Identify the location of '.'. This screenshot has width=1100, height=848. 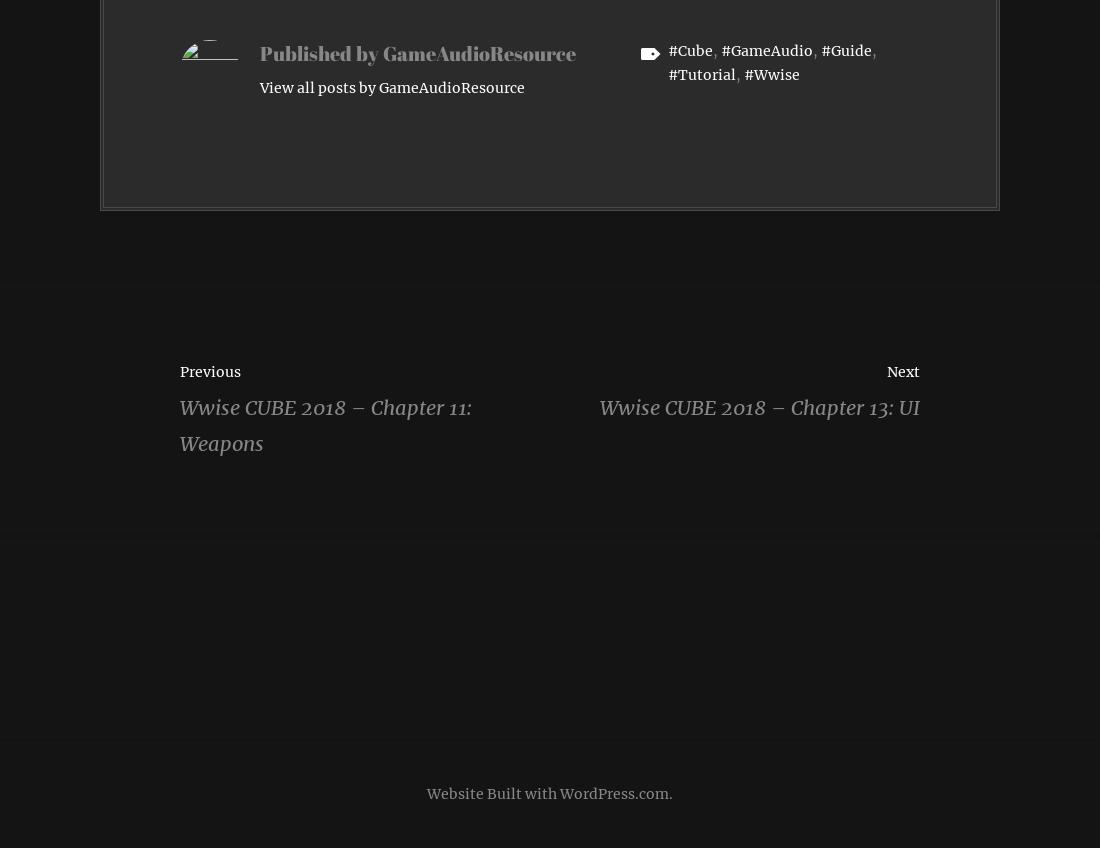
(671, 792).